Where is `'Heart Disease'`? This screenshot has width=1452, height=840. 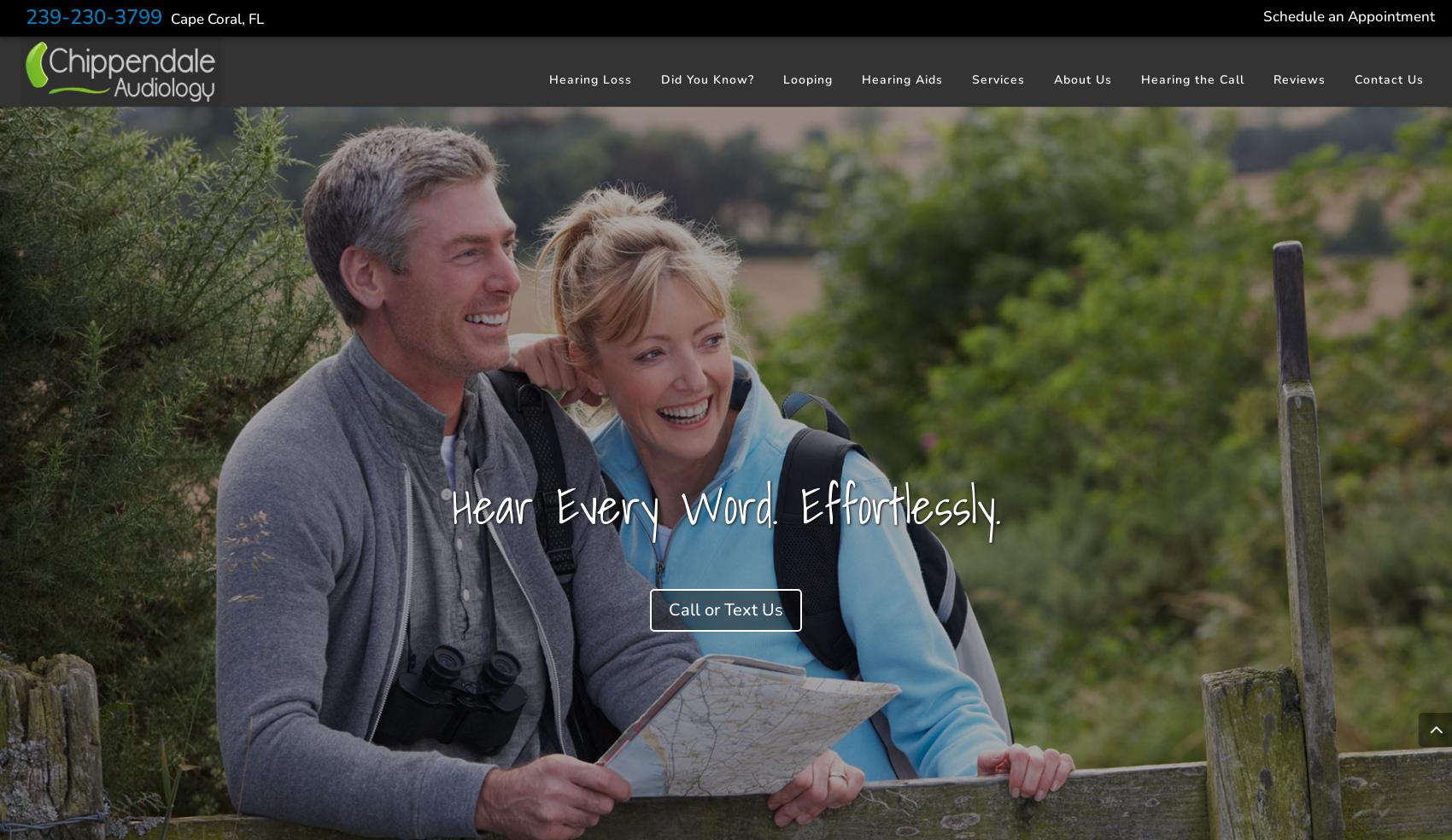 'Heart Disease' is located at coordinates (707, 318).